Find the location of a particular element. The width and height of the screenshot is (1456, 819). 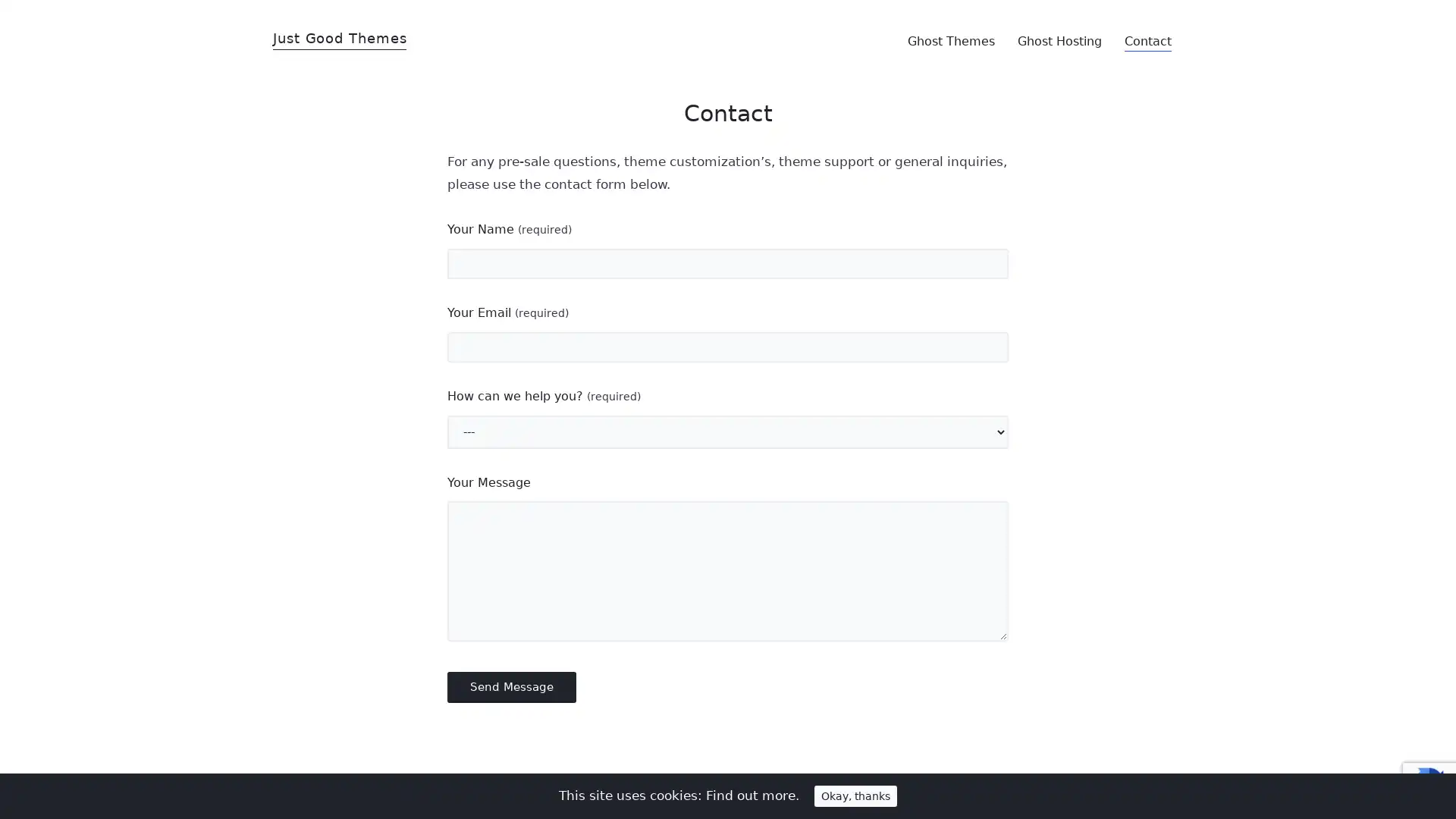

Send Message is located at coordinates (512, 687).